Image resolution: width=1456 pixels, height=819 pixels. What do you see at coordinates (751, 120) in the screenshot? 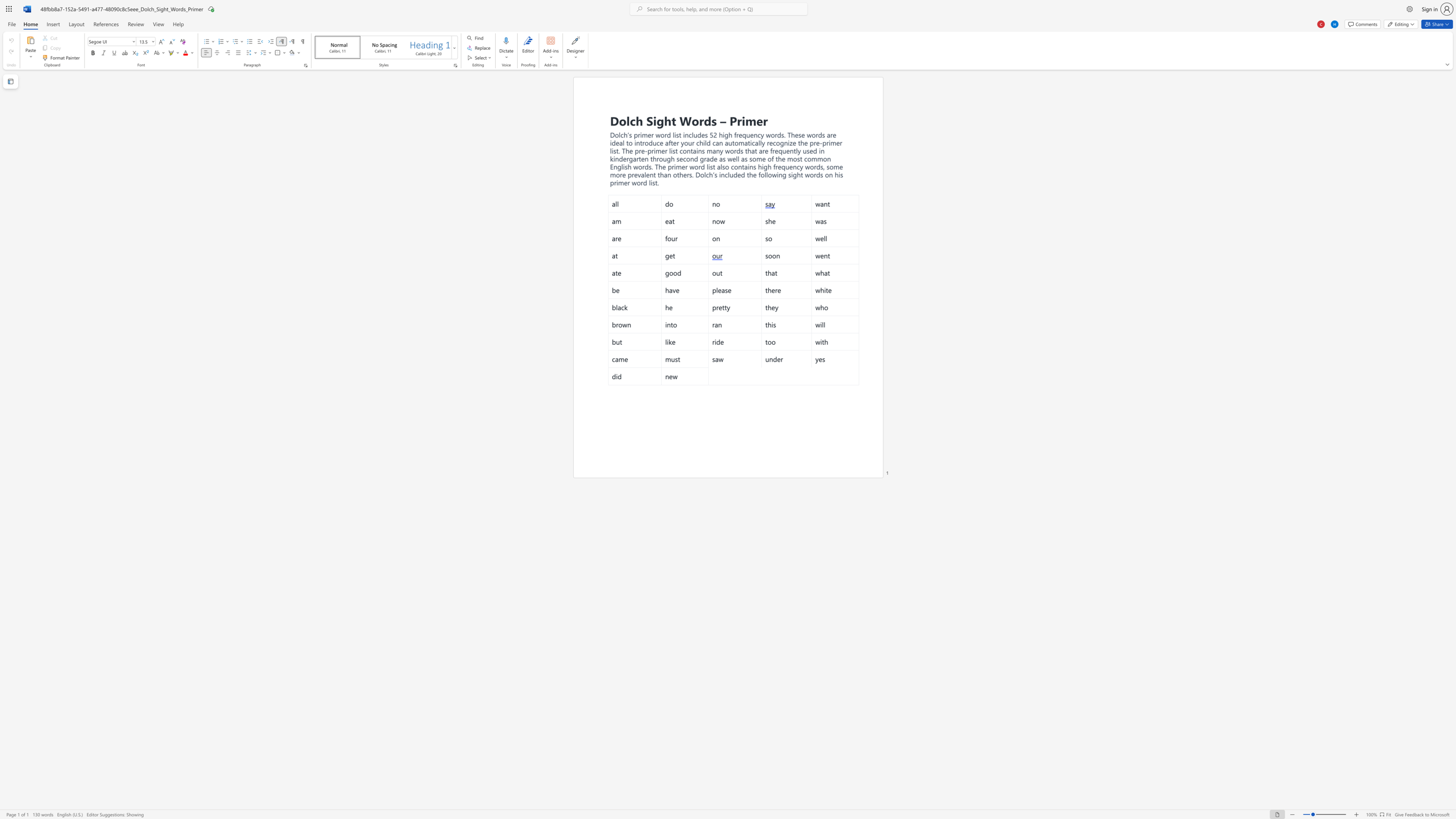
I see `the 1th character "m" in the text` at bounding box center [751, 120].